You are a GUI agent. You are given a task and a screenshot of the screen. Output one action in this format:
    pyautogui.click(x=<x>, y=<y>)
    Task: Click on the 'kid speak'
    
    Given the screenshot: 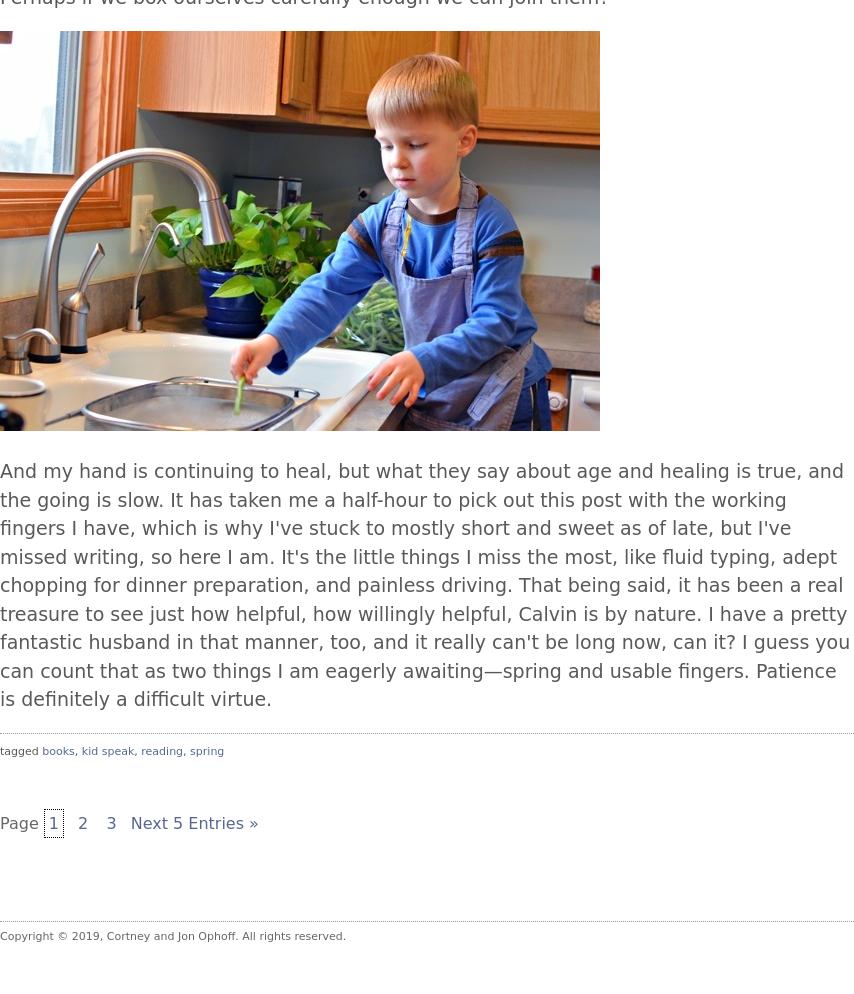 What is the action you would take?
    pyautogui.click(x=107, y=749)
    